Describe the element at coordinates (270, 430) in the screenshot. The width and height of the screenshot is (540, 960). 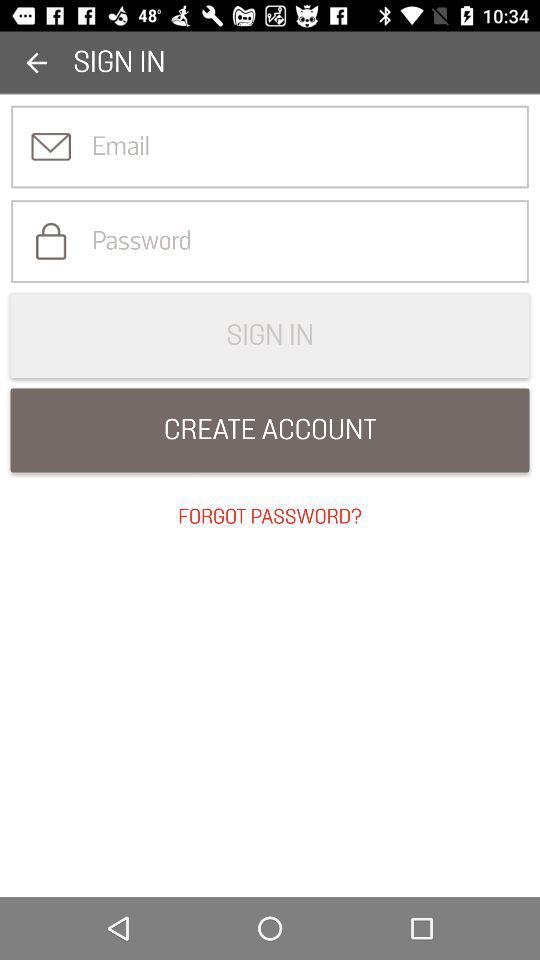
I see `create account item` at that location.